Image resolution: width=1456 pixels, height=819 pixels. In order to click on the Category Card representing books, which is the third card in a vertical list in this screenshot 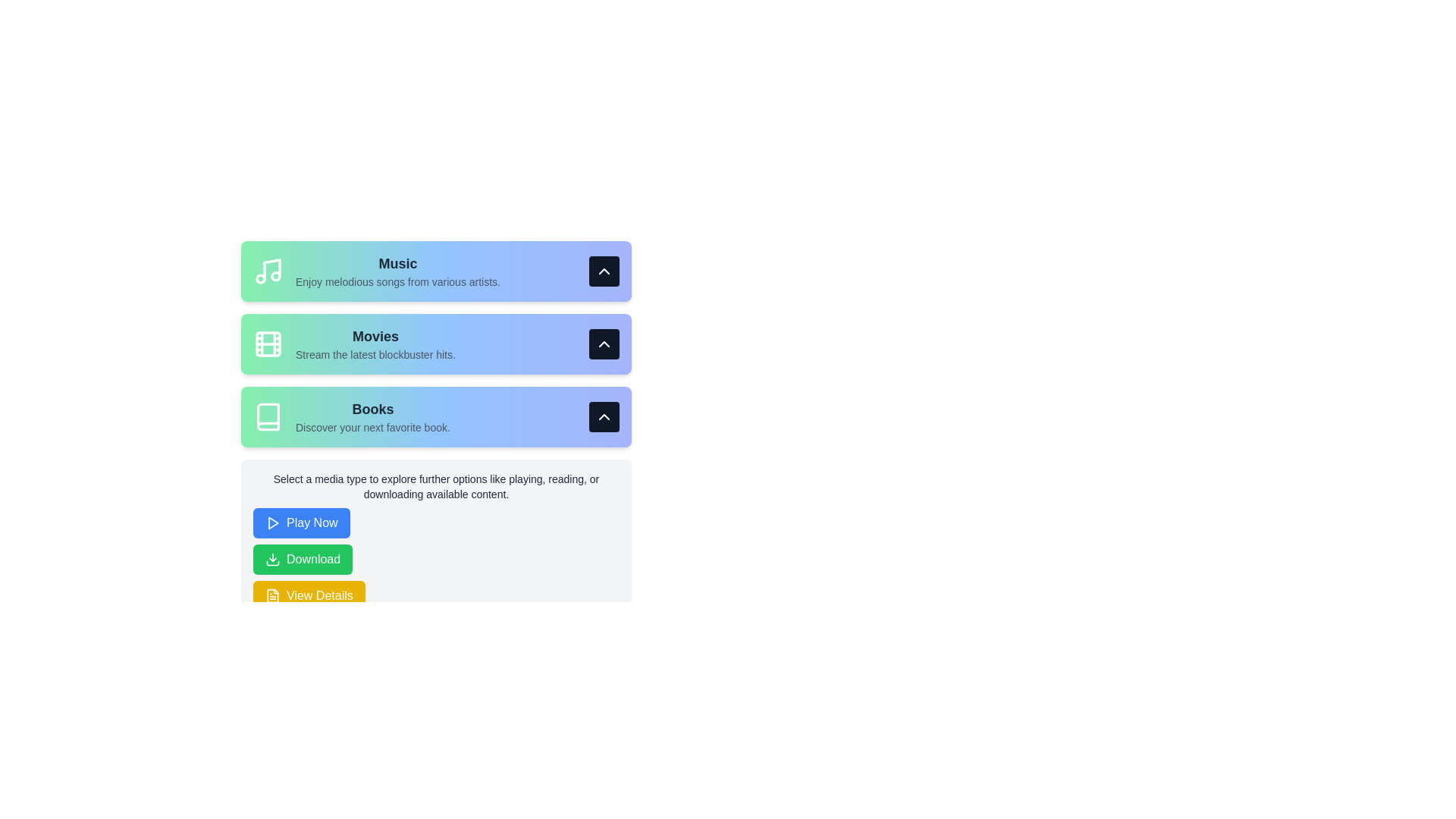, I will do `click(435, 432)`.